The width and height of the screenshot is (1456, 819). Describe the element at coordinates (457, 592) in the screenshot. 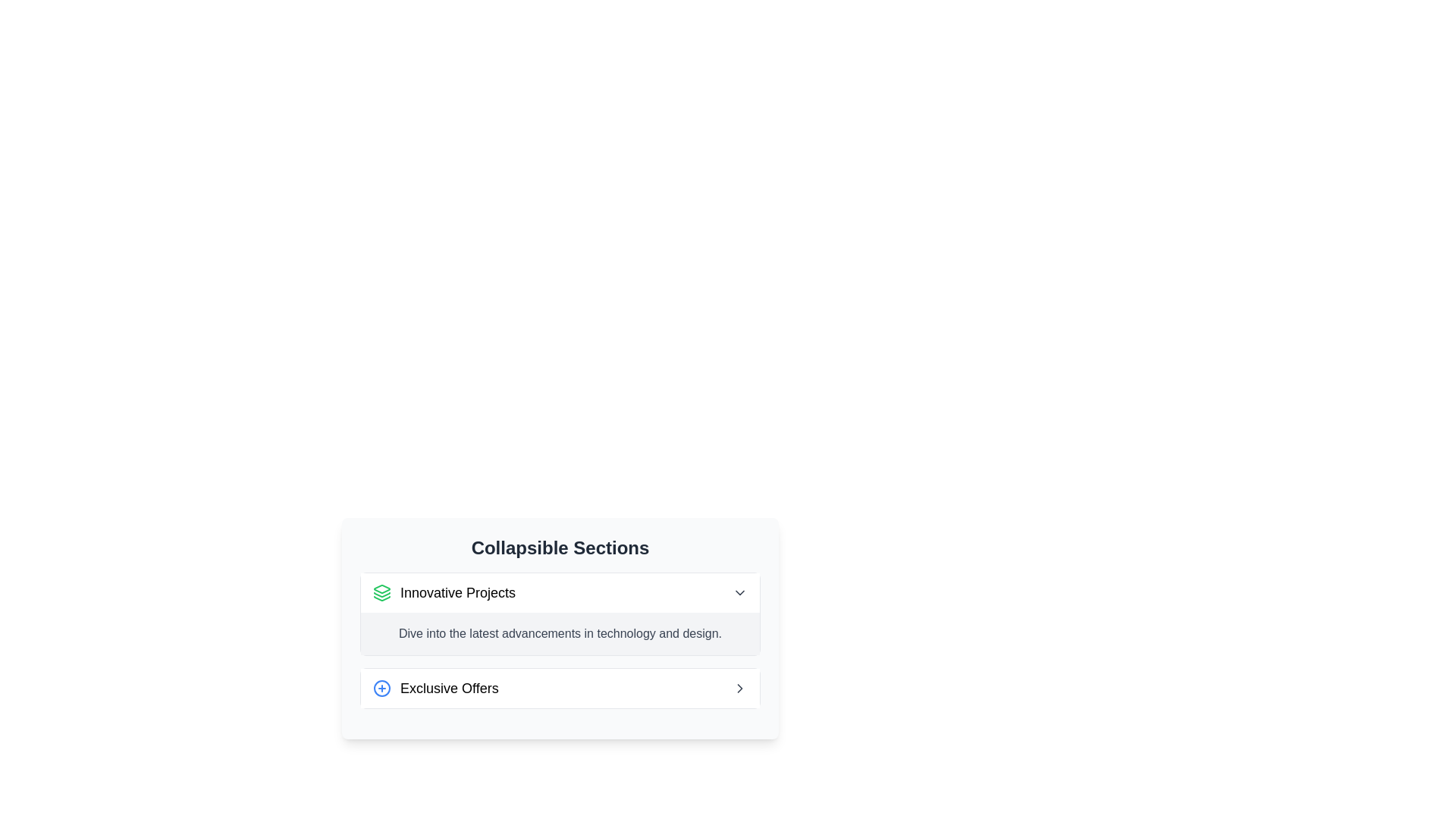

I see `the 'Innovative Projects' text label, which serves as a title for the related section below` at that location.